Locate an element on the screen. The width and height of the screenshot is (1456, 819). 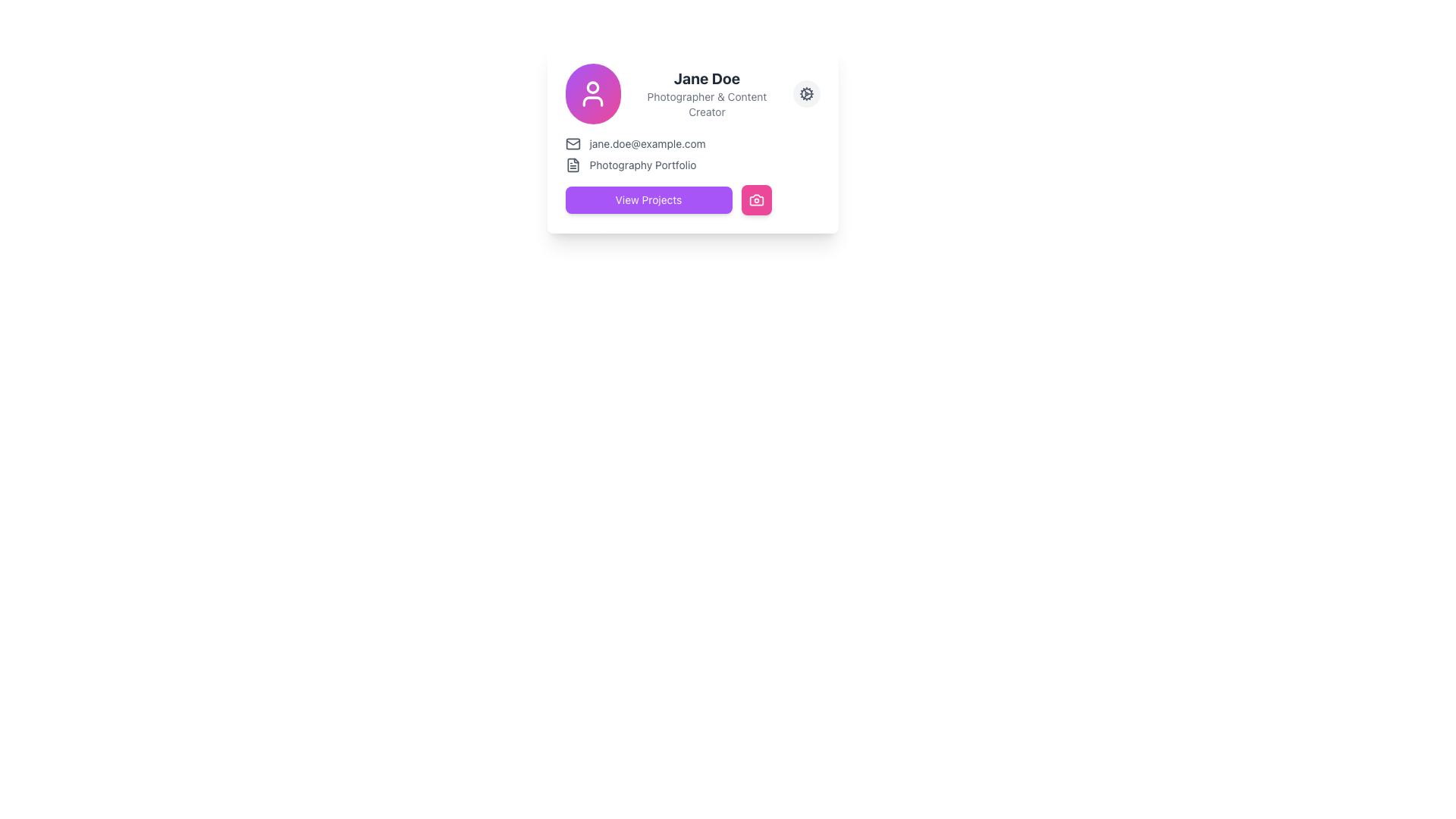
the mail icon is located at coordinates (572, 143).